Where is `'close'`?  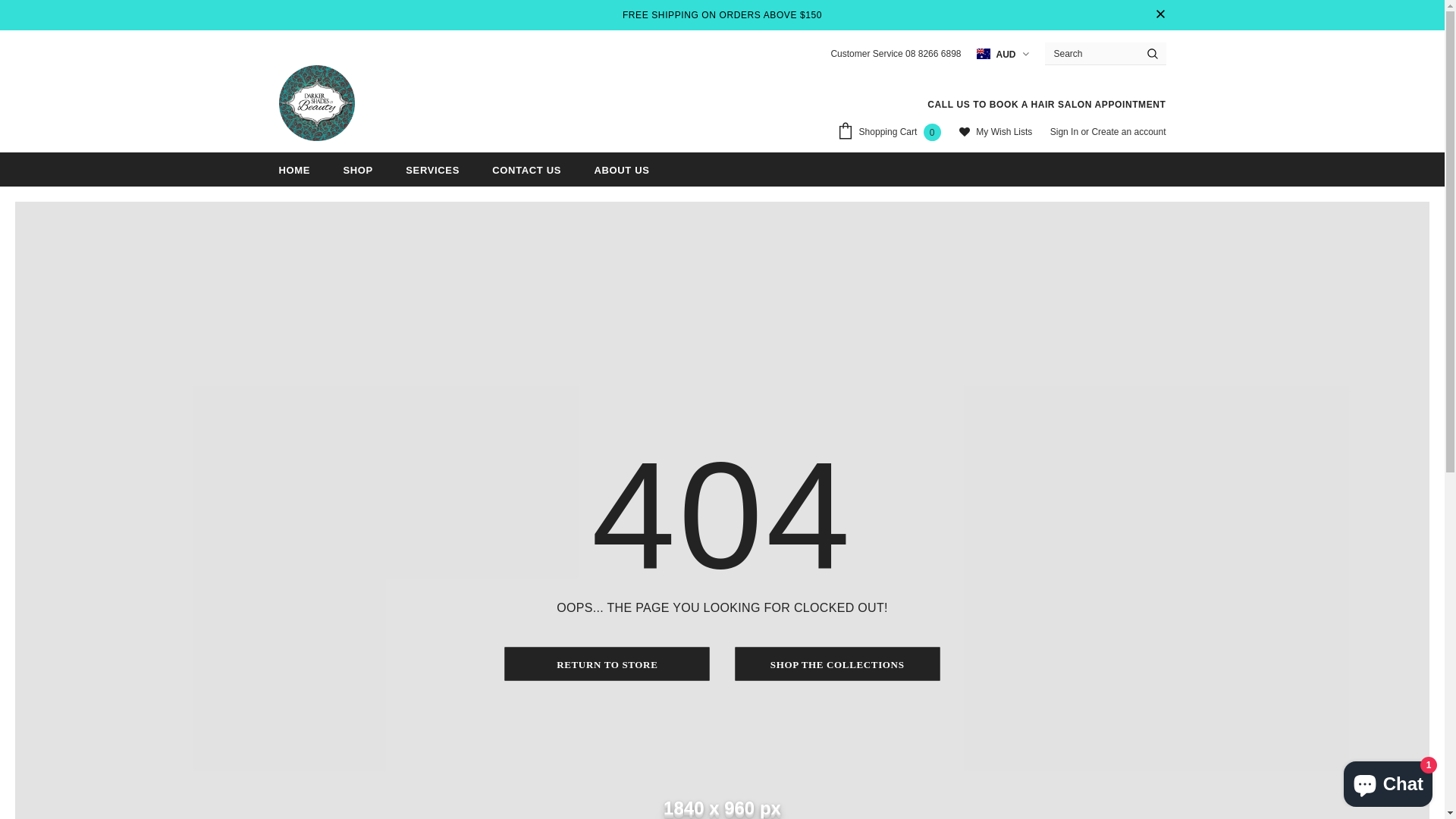 'close' is located at coordinates (1153, 14).